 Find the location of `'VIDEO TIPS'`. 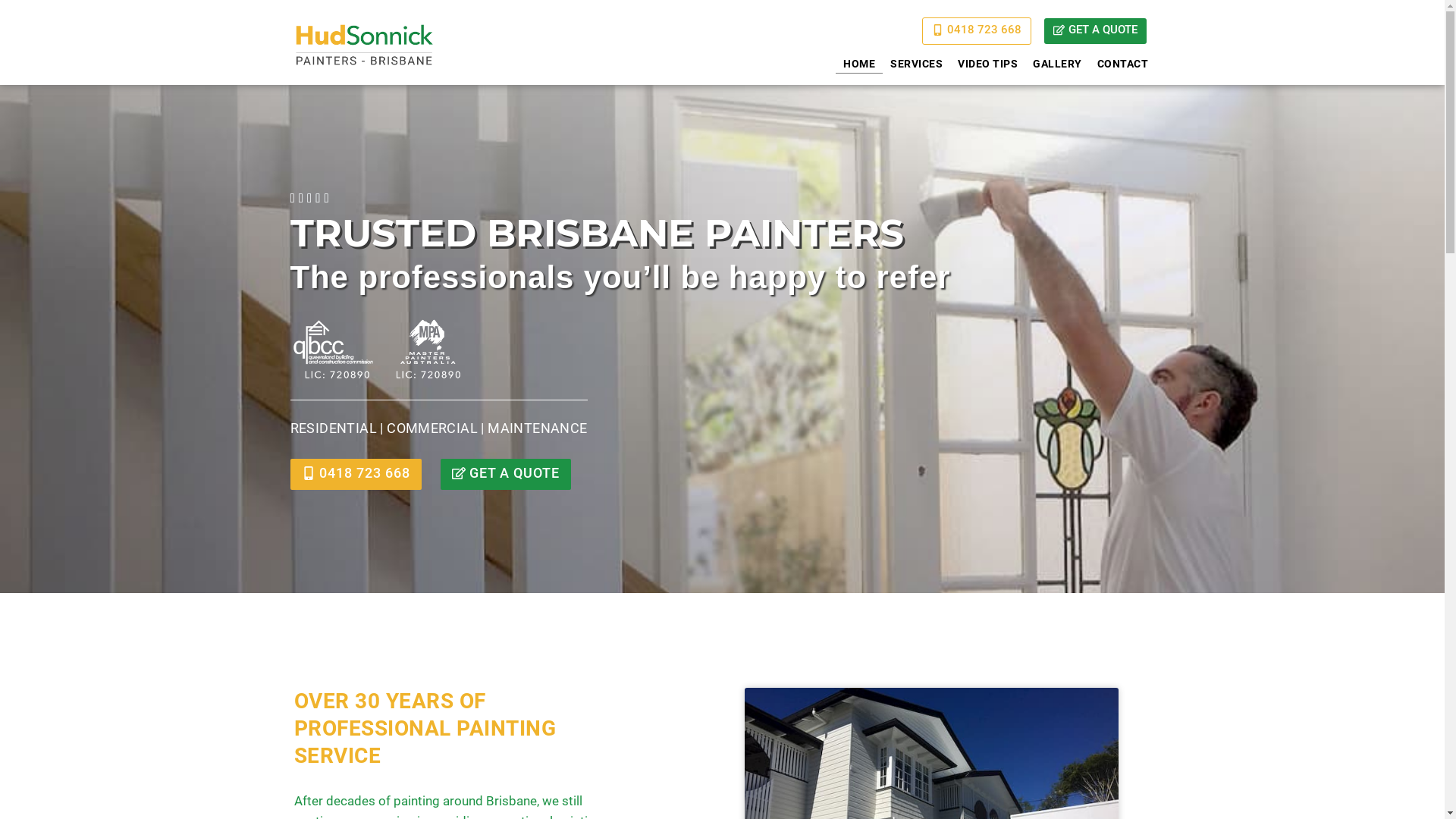

'VIDEO TIPS' is located at coordinates (949, 63).